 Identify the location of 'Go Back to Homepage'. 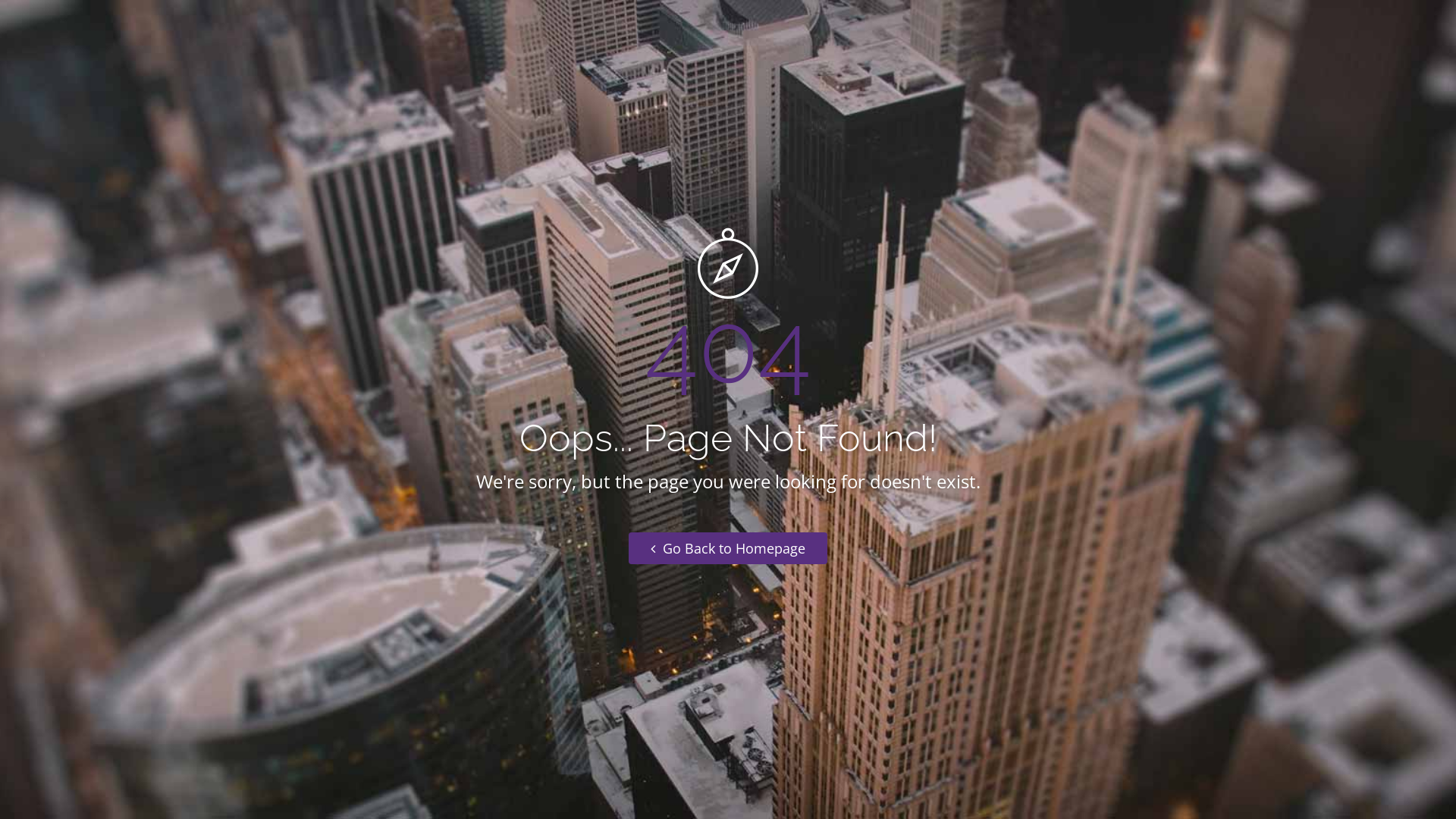
(728, 548).